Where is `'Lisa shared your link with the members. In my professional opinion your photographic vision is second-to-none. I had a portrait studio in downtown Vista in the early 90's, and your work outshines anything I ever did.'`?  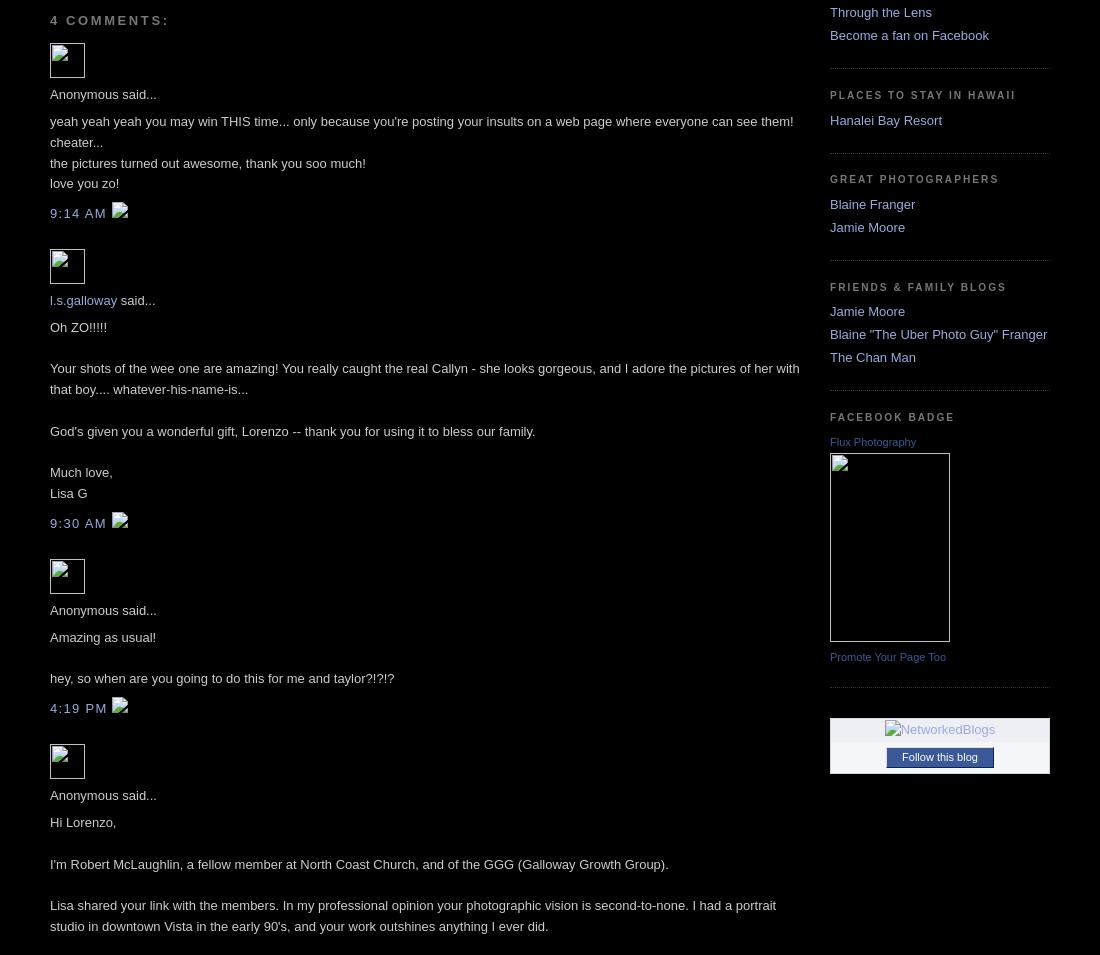
'Lisa shared your link with the members. In my professional opinion your photographic vision is second-to-none. I had a portrait studio in downtown Vista in the early 90's, and your work outshines anything I ever did.' is located at coordinates (412, 916).